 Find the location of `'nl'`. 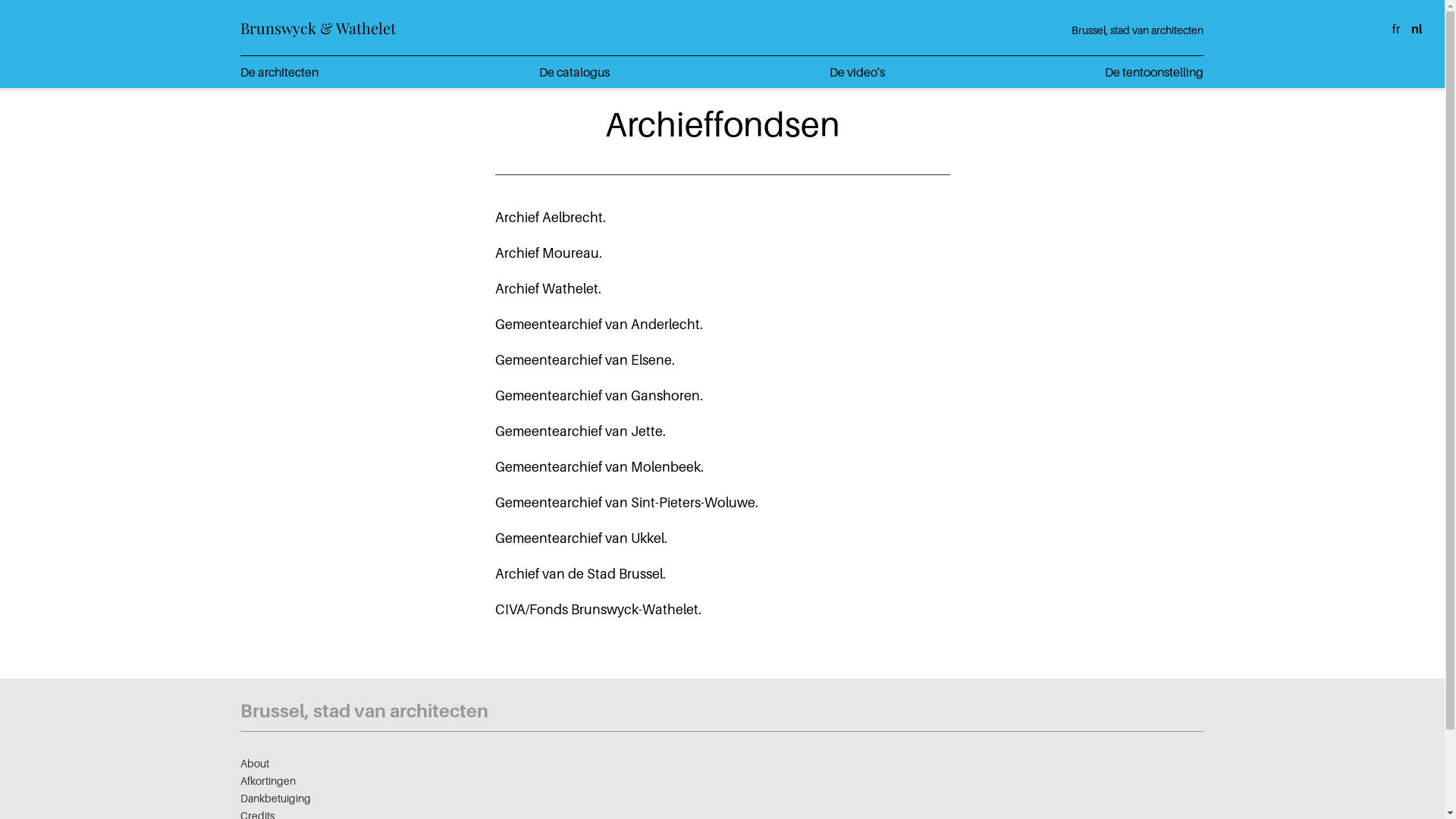

'nl' is located at coordinates (1415, 29).